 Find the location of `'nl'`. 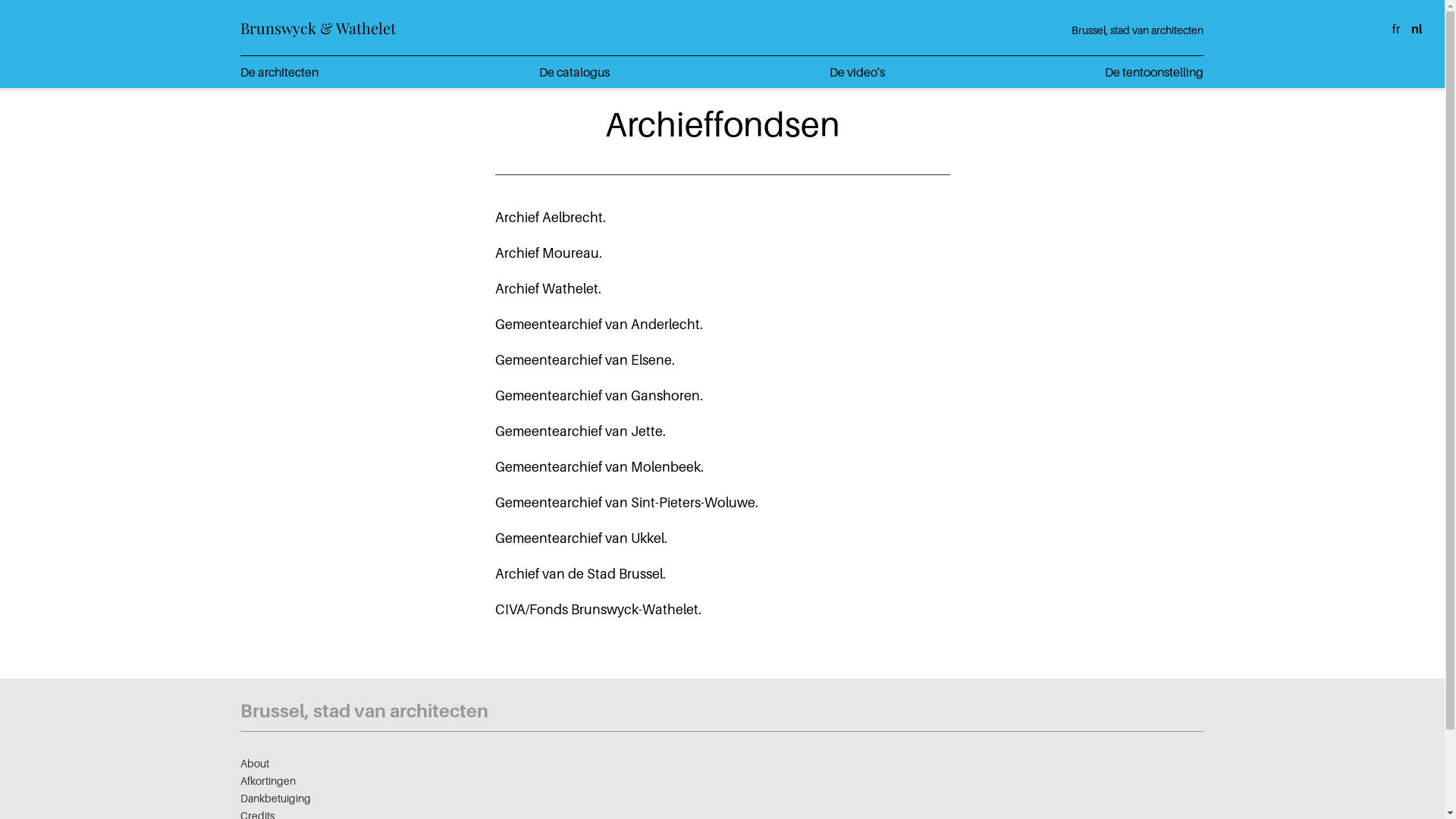

'nl' is located at coordinates (1415, 29).